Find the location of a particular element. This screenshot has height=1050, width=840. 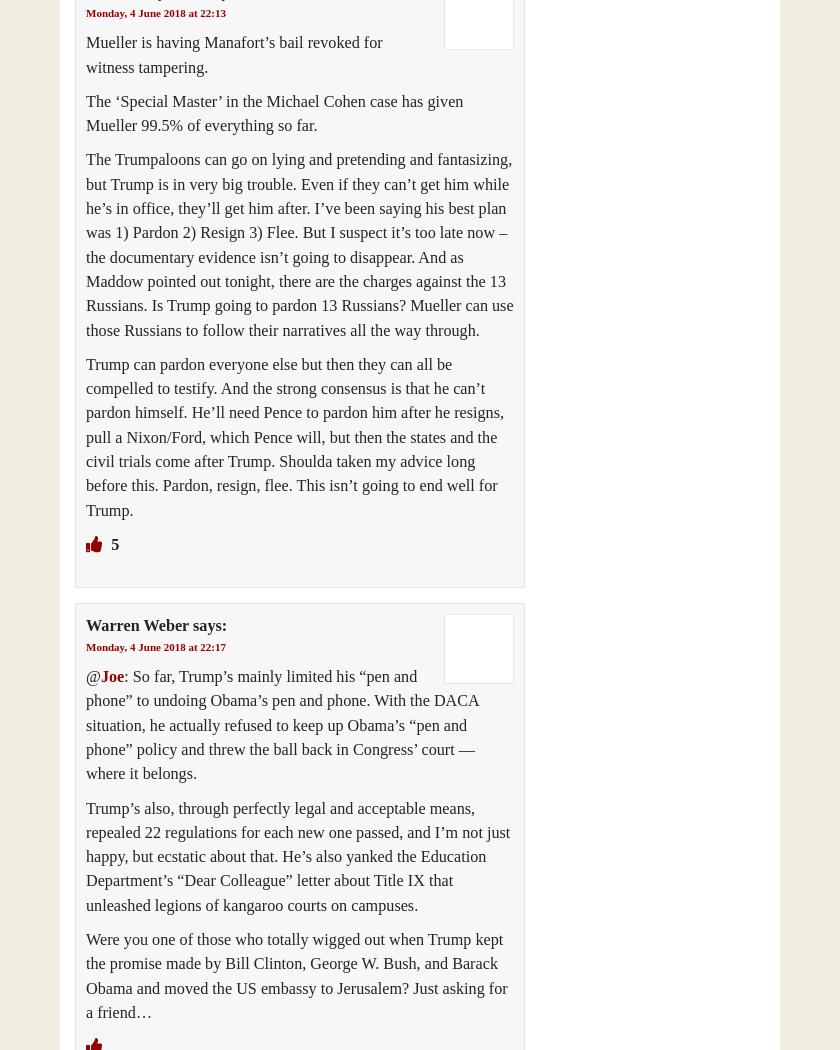

'The ‘Special Master’ in the Michael Cohen case has given Mueller 99.5% of everything so far.' is located at coordinates (86, 112).